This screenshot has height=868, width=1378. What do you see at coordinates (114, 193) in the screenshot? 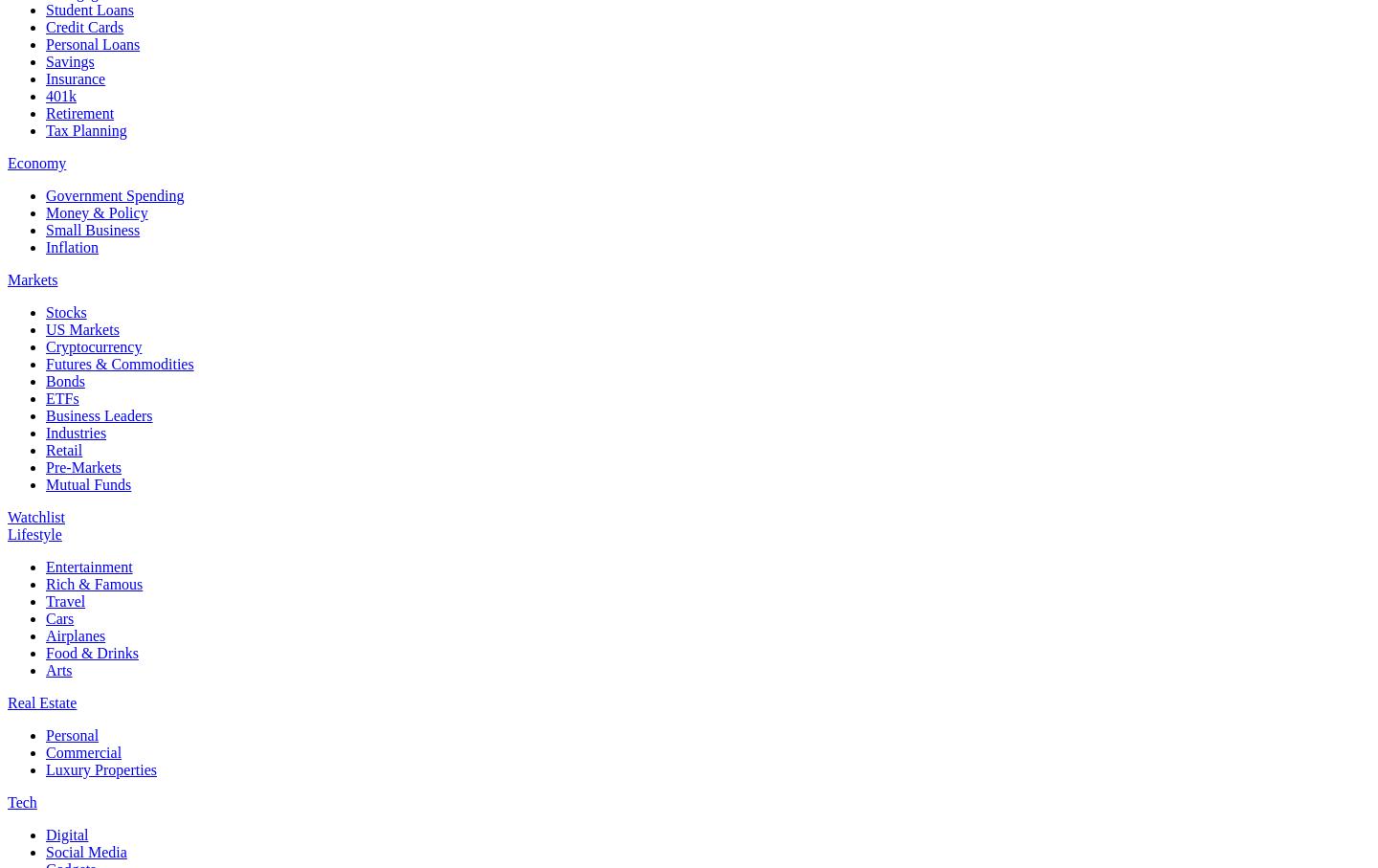
I see `'Government Spending'` at bounding box center [114, 193].